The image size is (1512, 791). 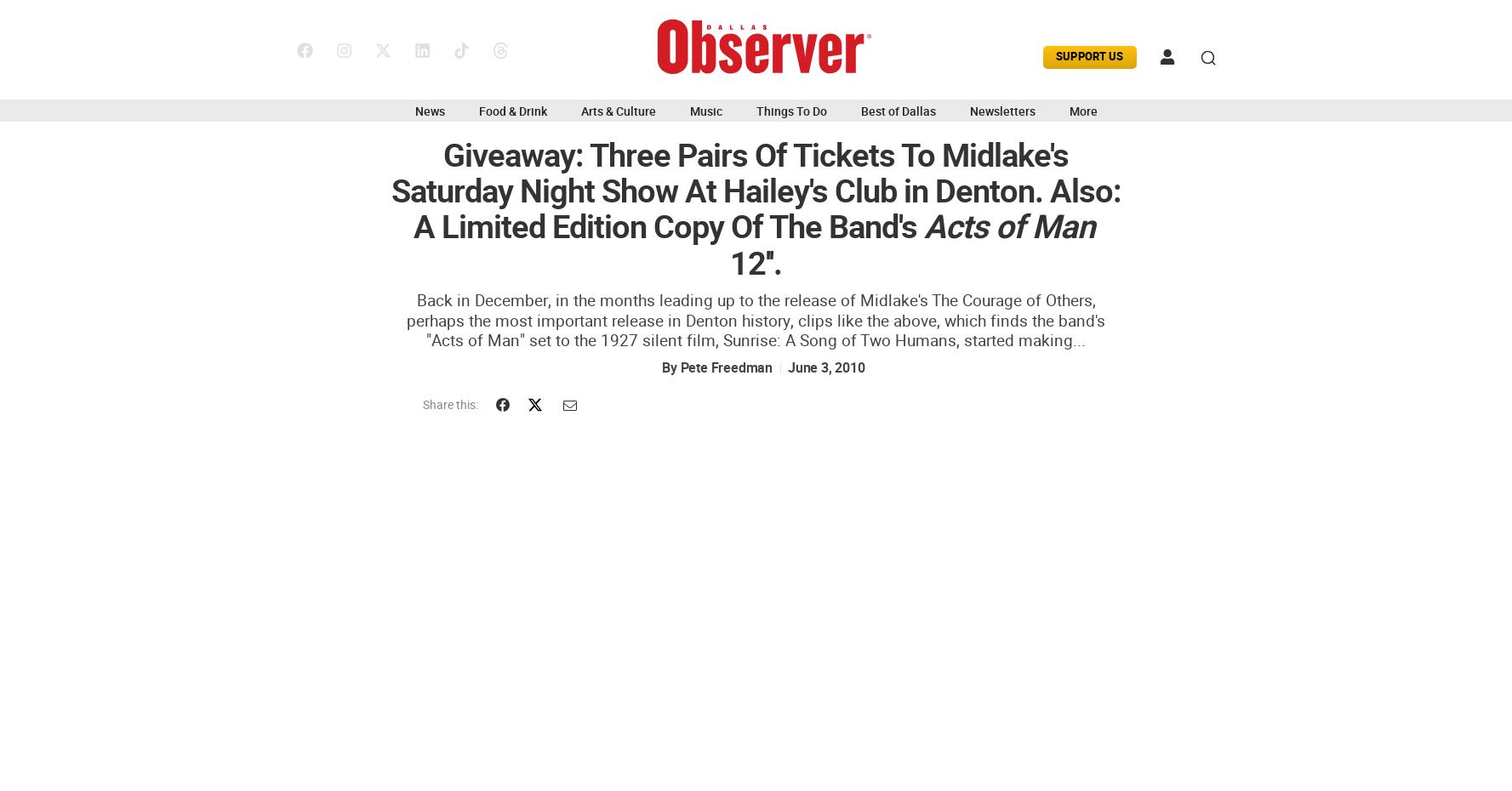 What do you see at coordinates (389, 191) in the screenshot?
I see `'Giveaway: Three Pairs Of Tickets To Midlake's Saturday Night Show At Hailey's Club in Denton. Also: A Limited Edition Copy Of The Band's'` at bounding box center [389, 191].